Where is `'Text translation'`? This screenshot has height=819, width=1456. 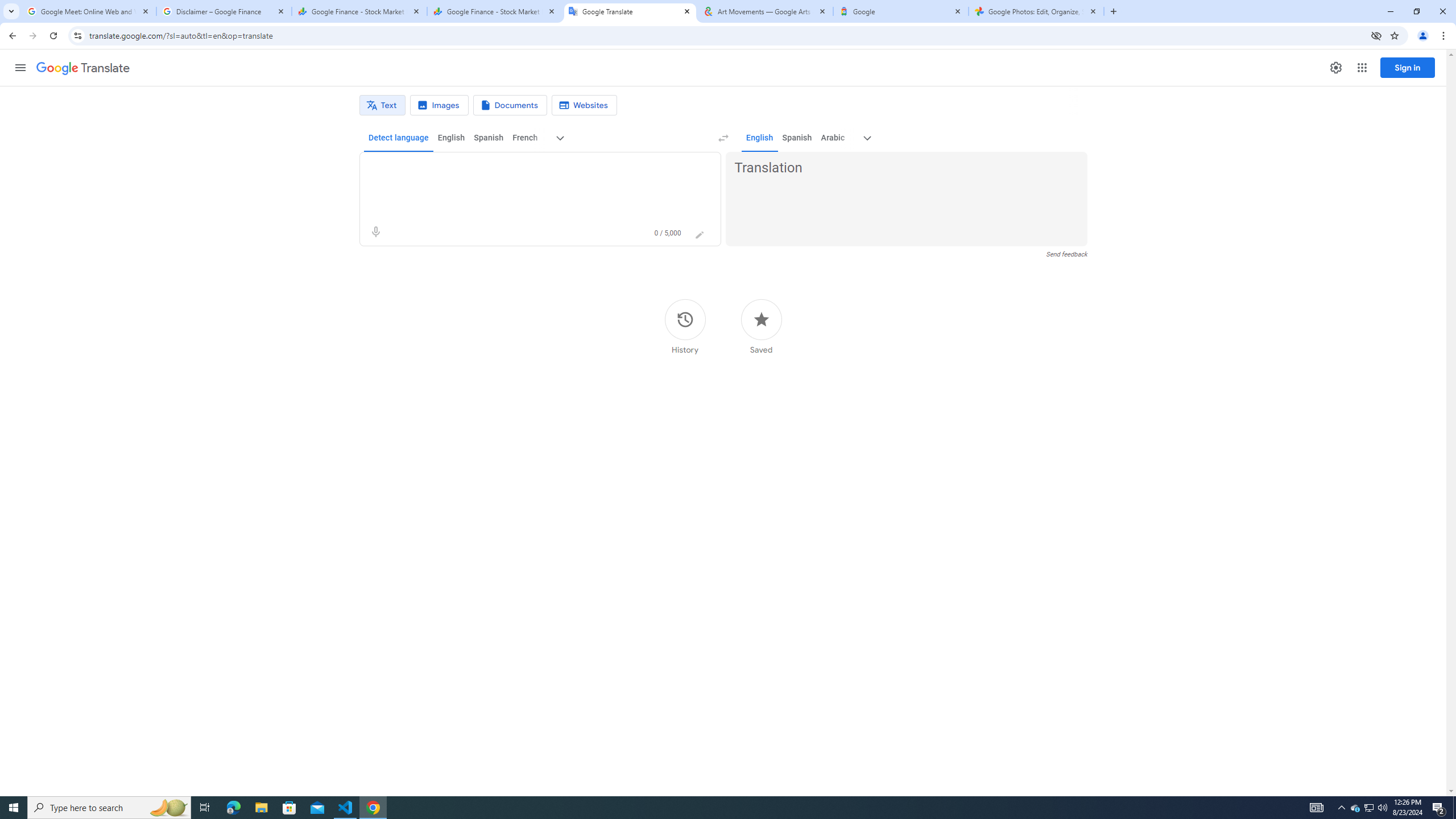 'Text translation' is located at coordinates (382, 105).